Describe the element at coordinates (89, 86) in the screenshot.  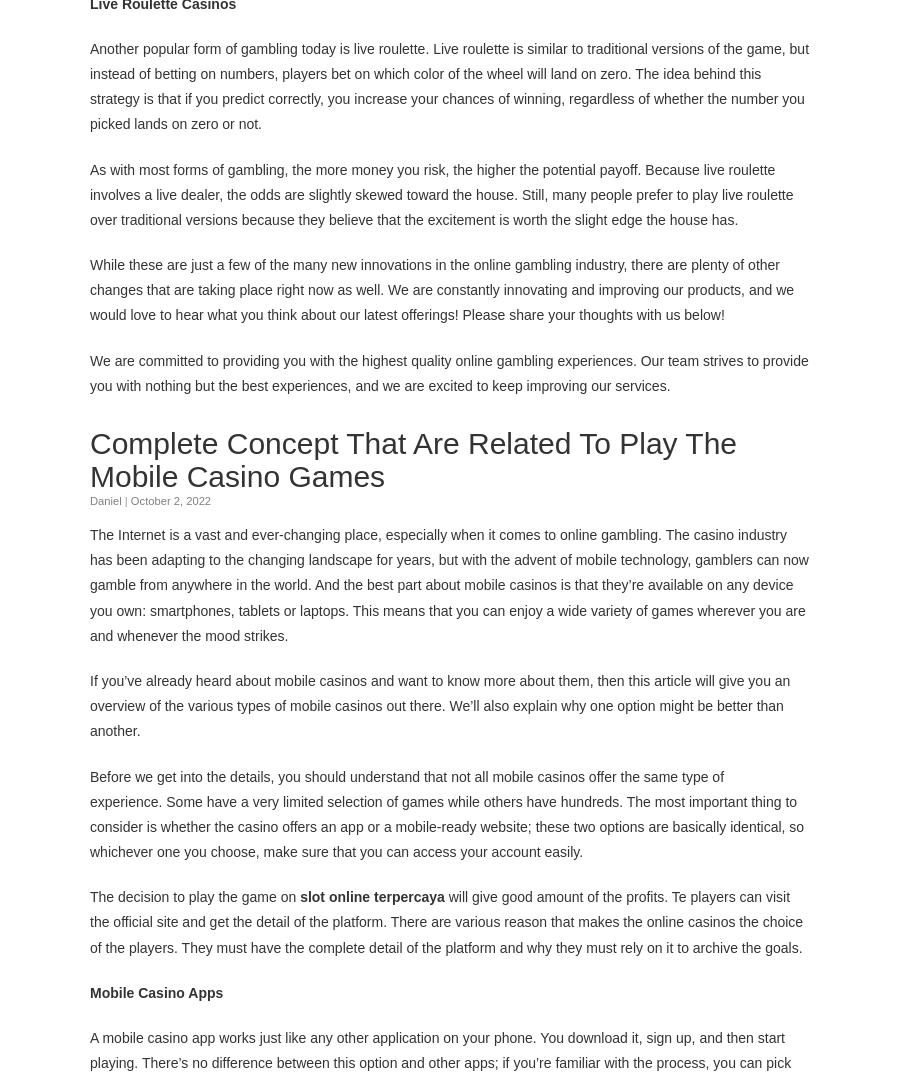
I see `'Another popular form of gambling today is live roulette. Live roulette is similar to traditional versions of the game, but instead of betting on numbers, players bet on which color of the wheel will land on zero. The idea behind this strategy is that if you predict correctly, you increase your chances of winning, regardless of whether the number you picked lands on zero or not.'` at that location.